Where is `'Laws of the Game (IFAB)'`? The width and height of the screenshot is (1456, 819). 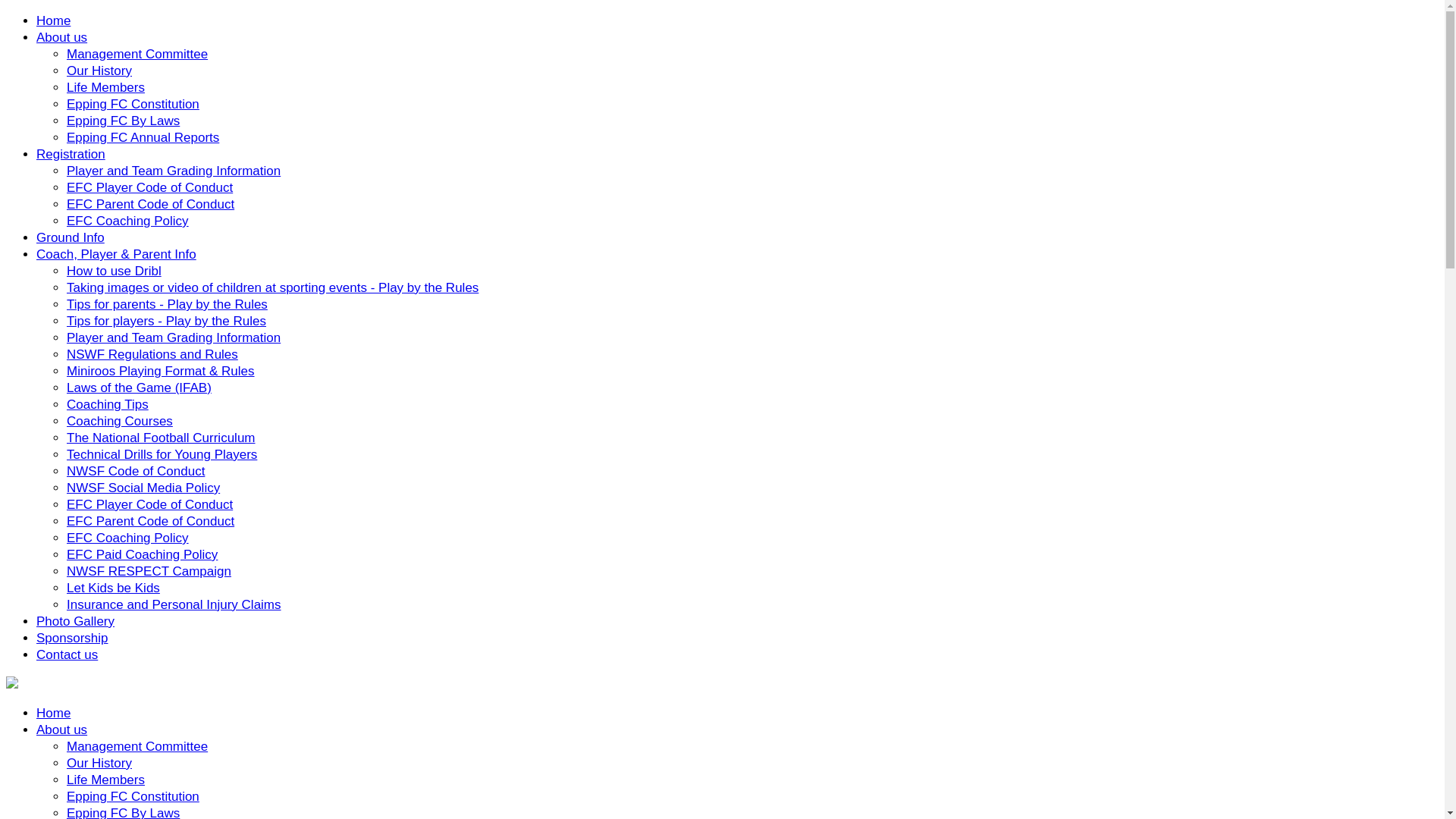
'Laws of the Game (IFAB)' is located at coordinates (139, 387).